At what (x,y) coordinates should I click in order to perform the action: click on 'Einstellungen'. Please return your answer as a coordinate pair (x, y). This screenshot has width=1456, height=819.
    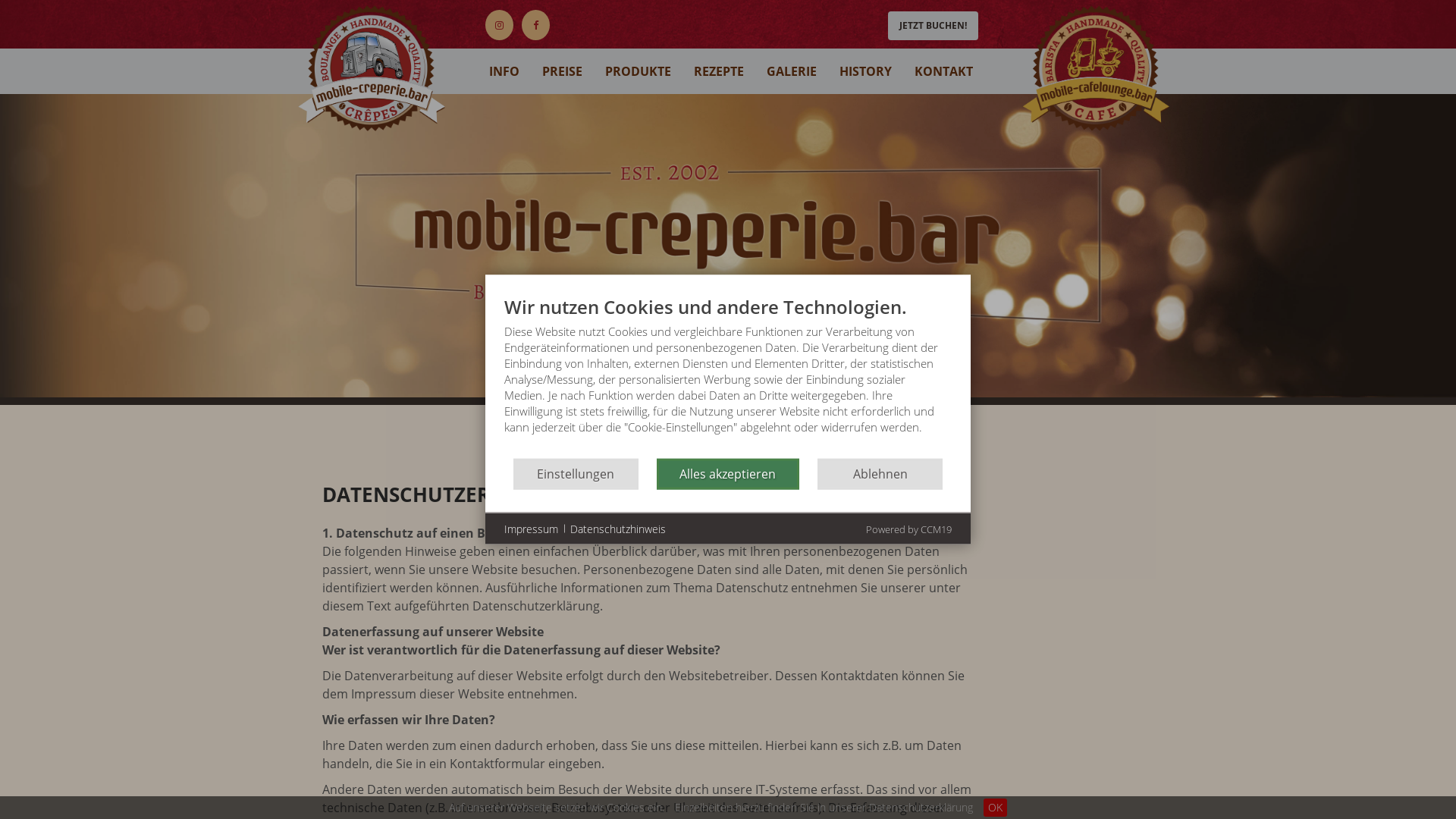
    Looking at the image, I should click on (513, 472).